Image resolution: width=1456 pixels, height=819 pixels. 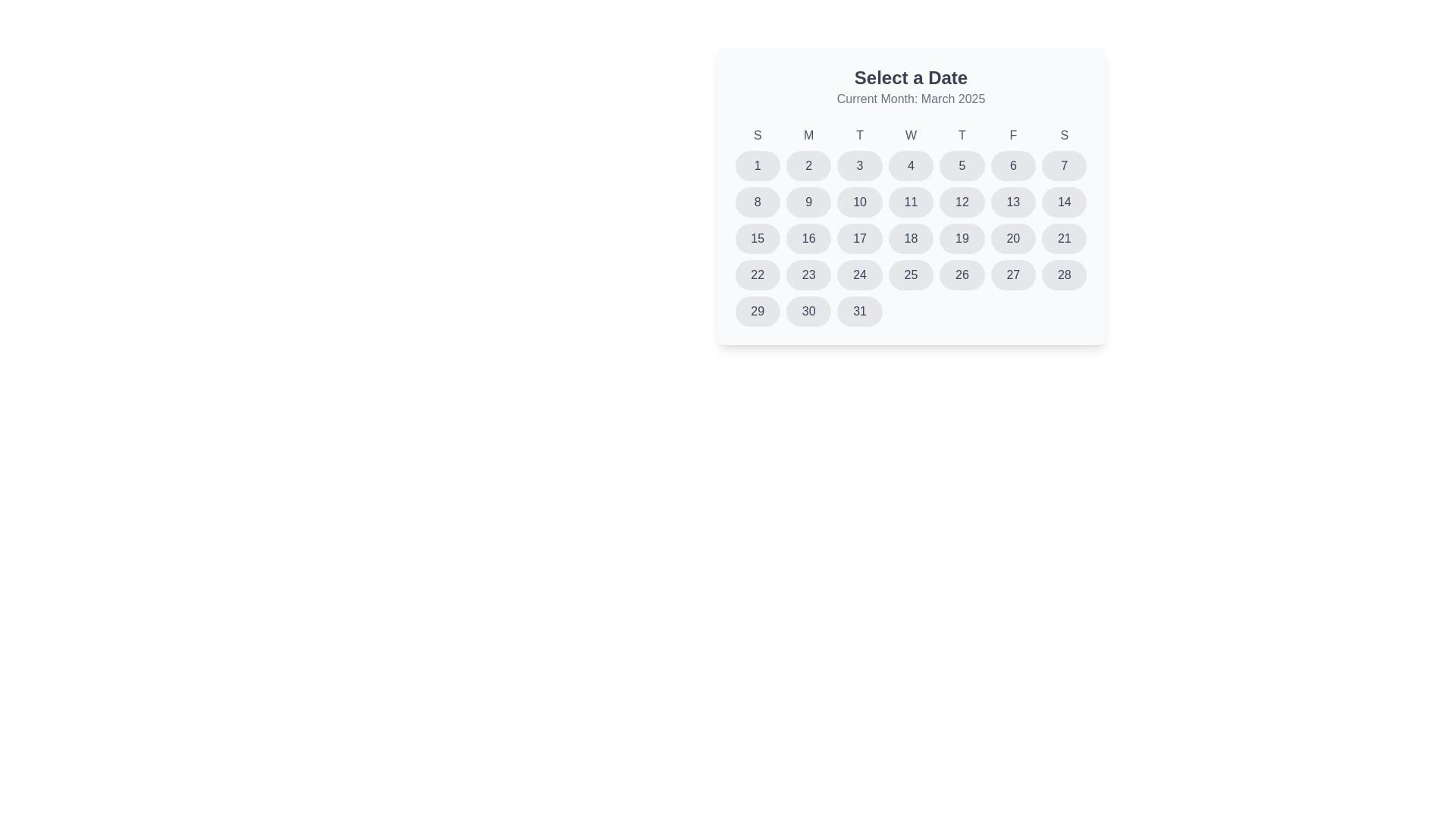 I want to click on the static text element displaying the capital letter 'T' for Tuesday in the calendar header, so click(x=860, y=134).